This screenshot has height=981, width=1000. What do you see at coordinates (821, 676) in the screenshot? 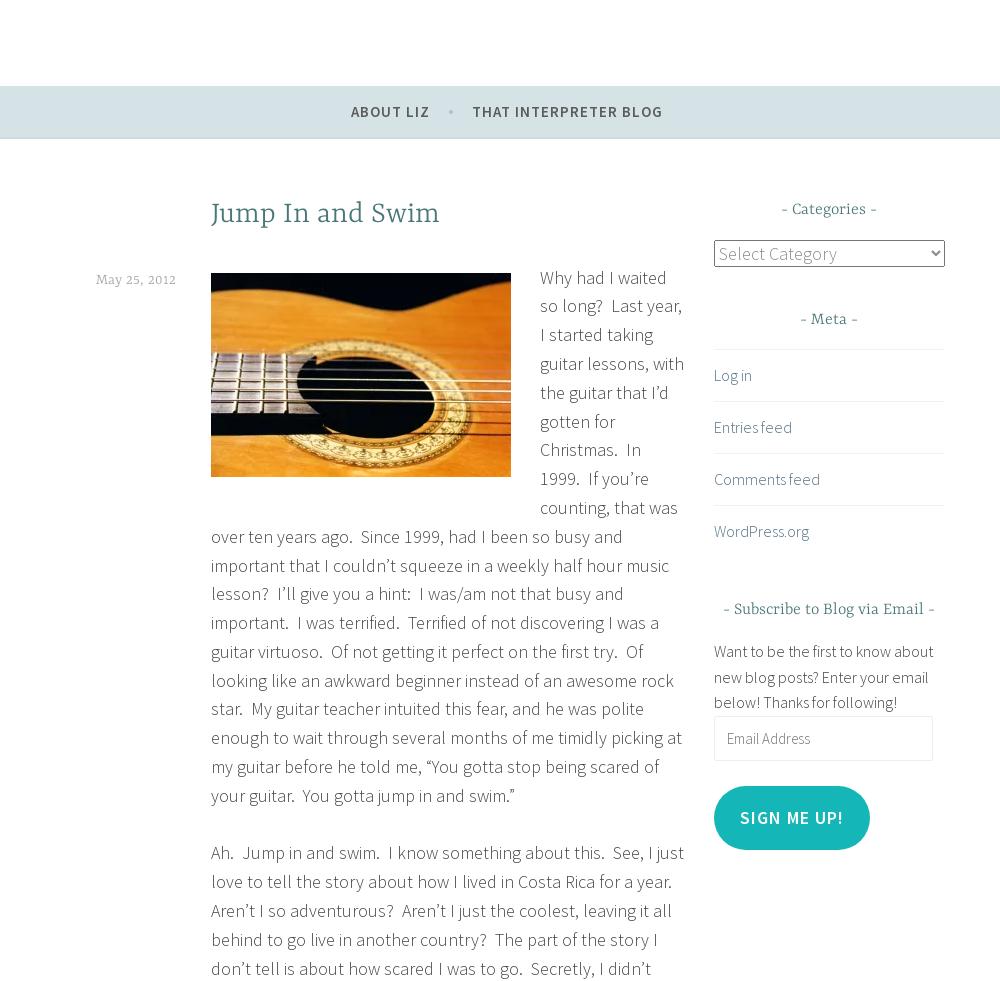
I see `'Want to be the first to know about new blog posts? Enter your email below! Thanks for following!'` at bounding box center [821, 676].